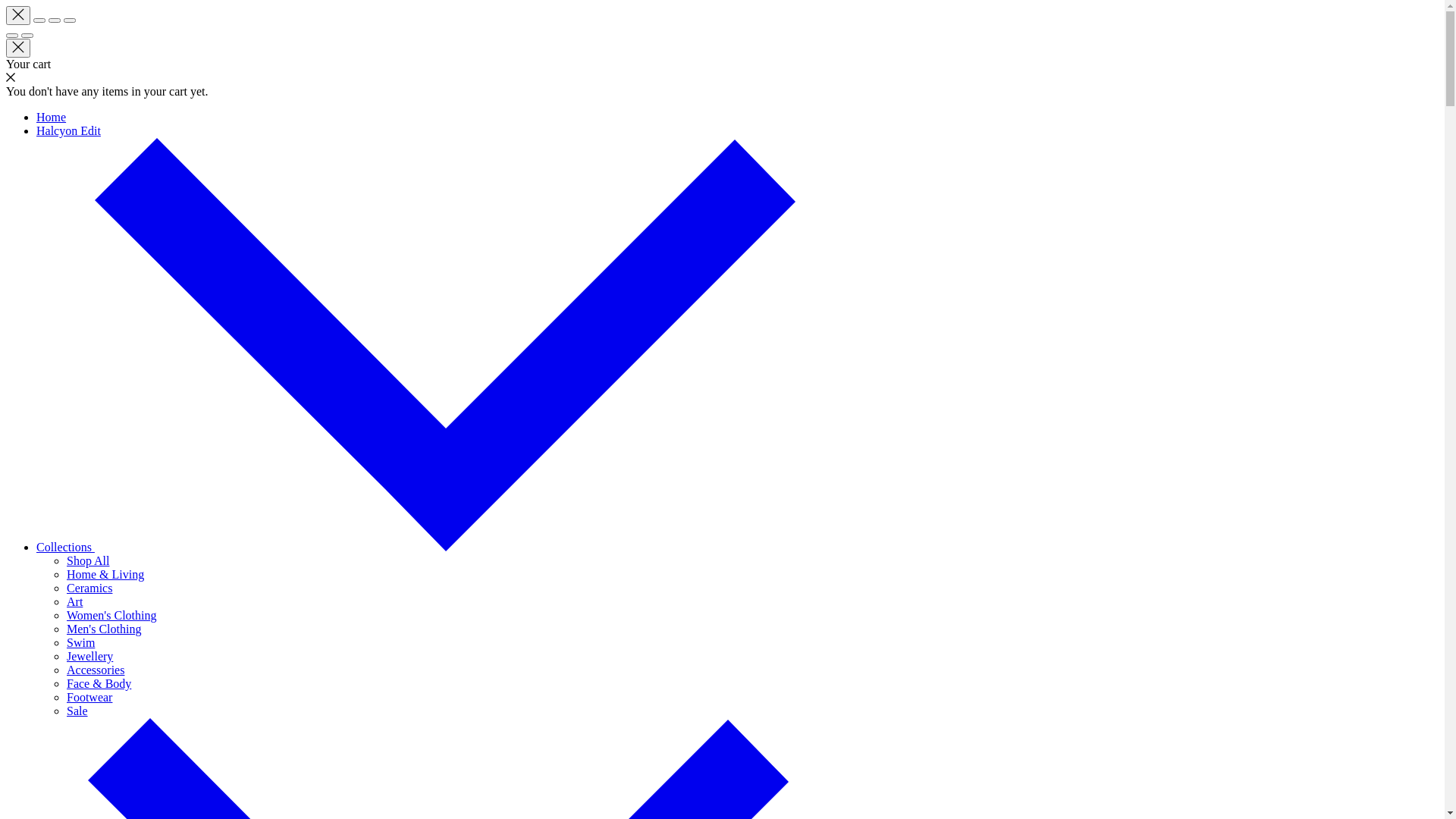 This screenshot has height=819, width=1456. I want to click on 'Next (arrow right)', so click(27, 34).